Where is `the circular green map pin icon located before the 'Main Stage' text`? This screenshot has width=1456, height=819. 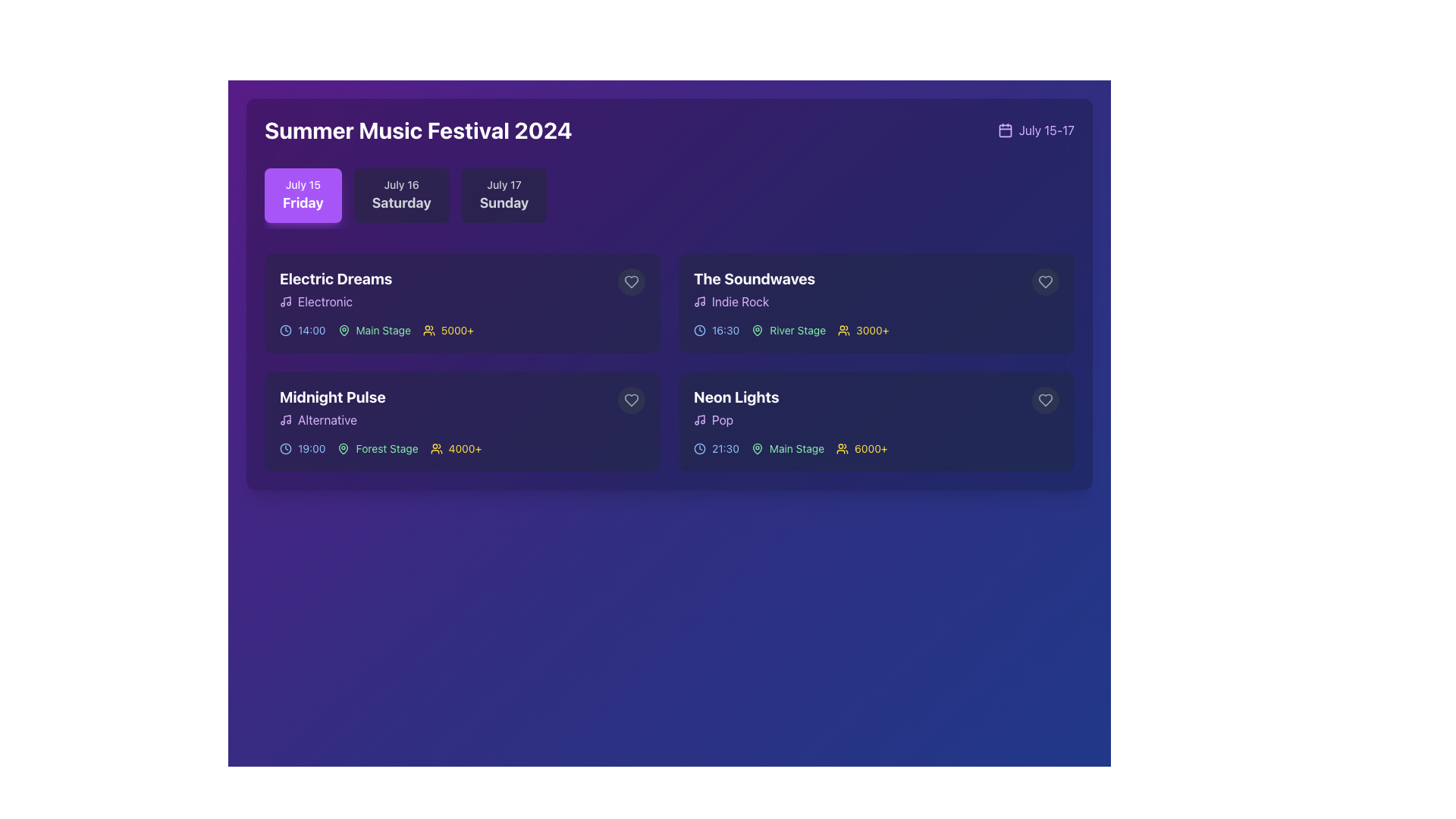 the circular green map pin icon located before the 'Main Stage' text is located at coordinates (757, 447).